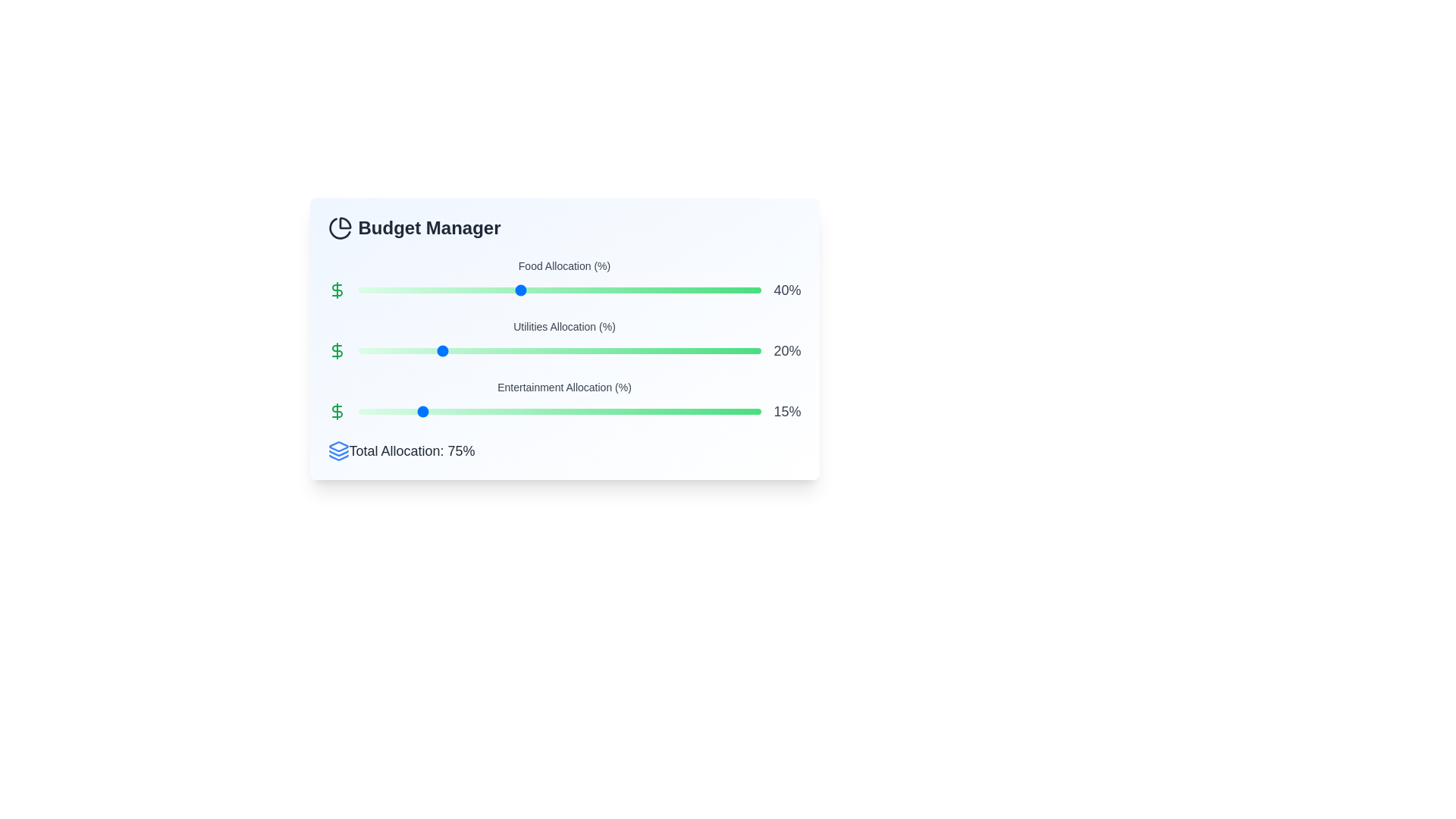  What do you see at coordinates (559, 290) in the screenshot?
I see `the slider for Food allocation` at bounding box center [559, 290].